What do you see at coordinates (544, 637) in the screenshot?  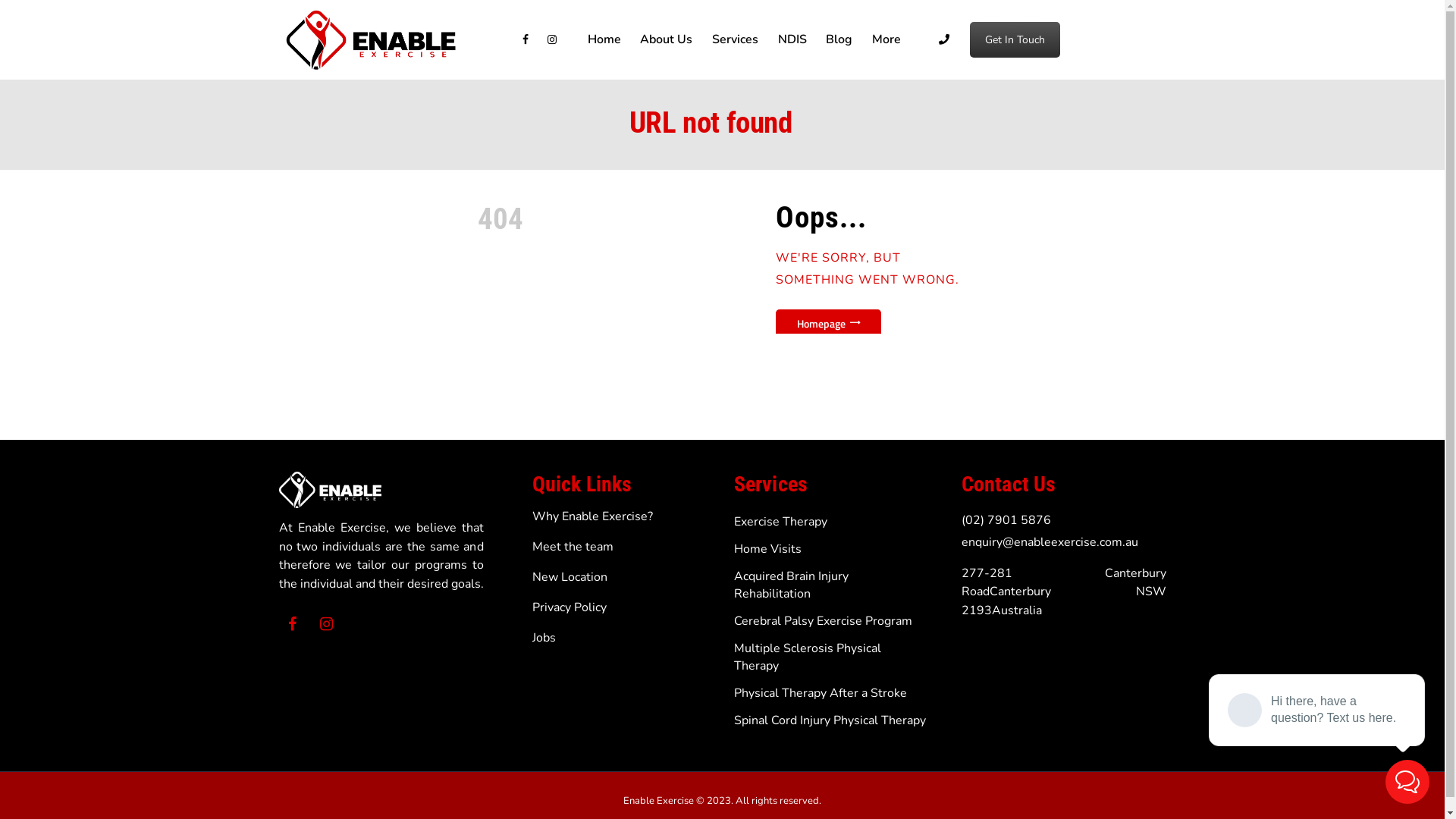 I see `'Jobs'` at bounding box center [544, 637].